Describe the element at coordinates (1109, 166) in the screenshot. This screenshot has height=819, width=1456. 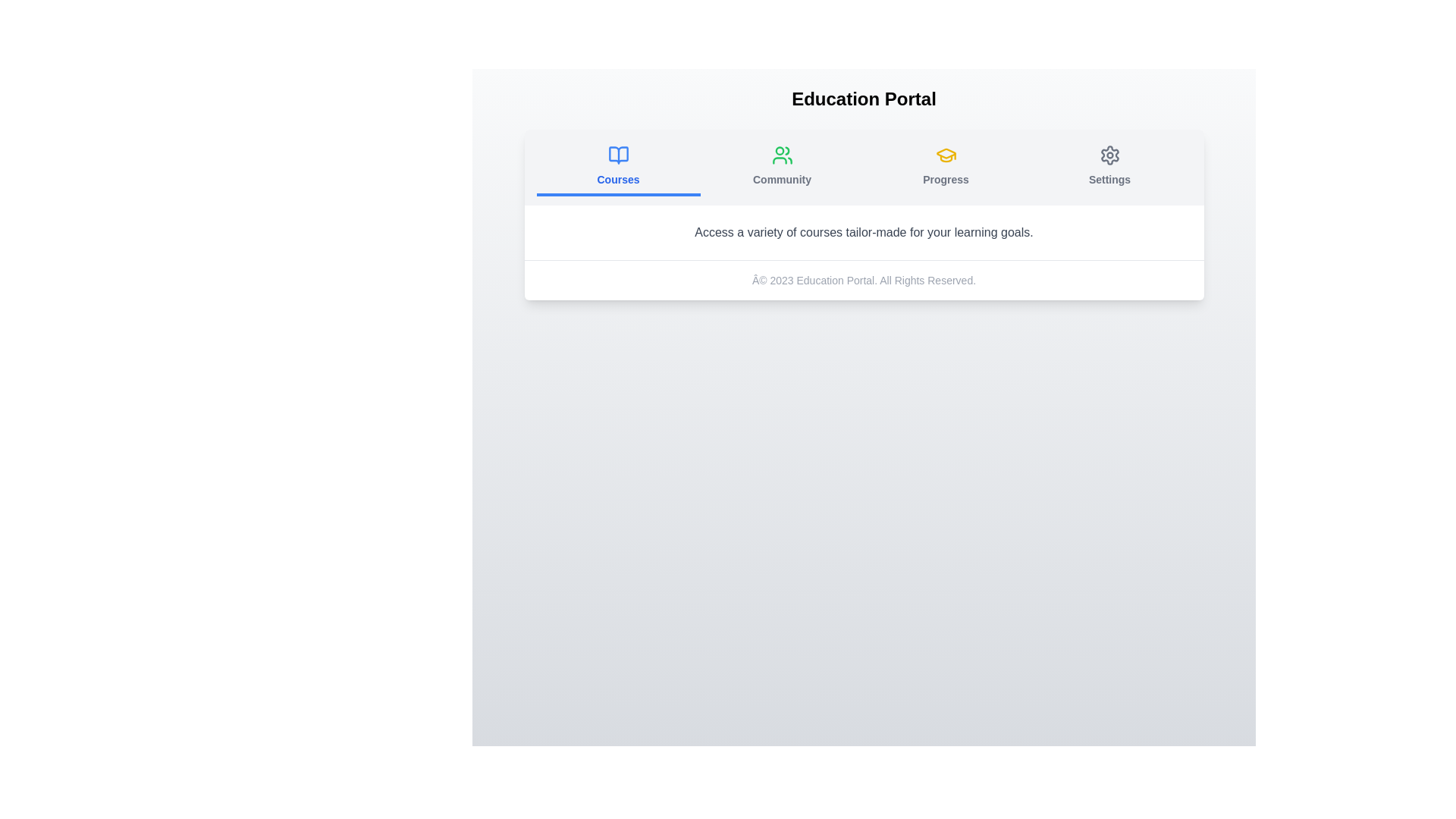
I see `the Navigation link with an icon and label at the rightmost end of the horizontal navigation bar` at that location.